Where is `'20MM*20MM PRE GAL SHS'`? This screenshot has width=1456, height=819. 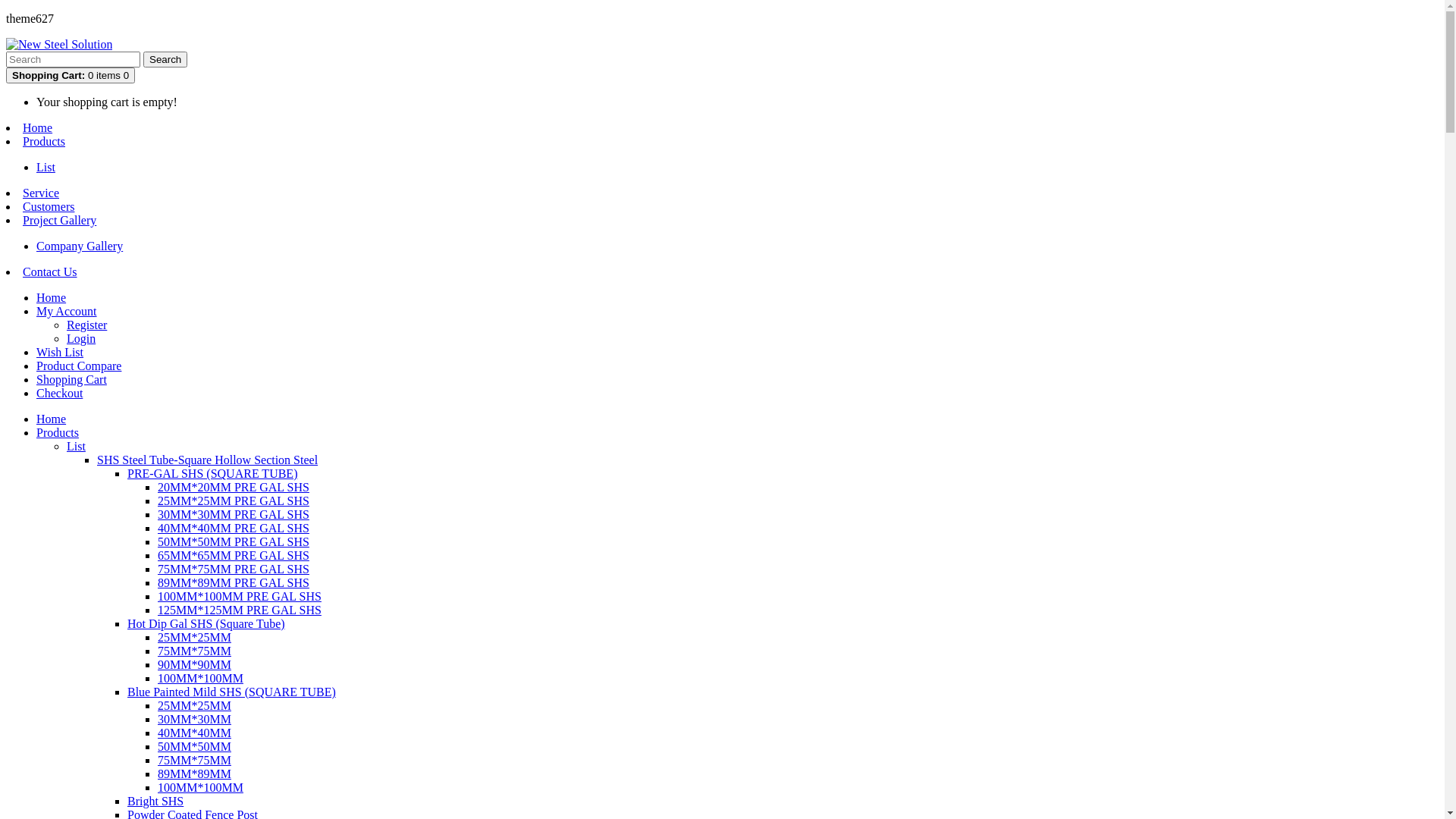
'20MM*20MM PRE GAL SHS' is located at coordinates (157, 487).